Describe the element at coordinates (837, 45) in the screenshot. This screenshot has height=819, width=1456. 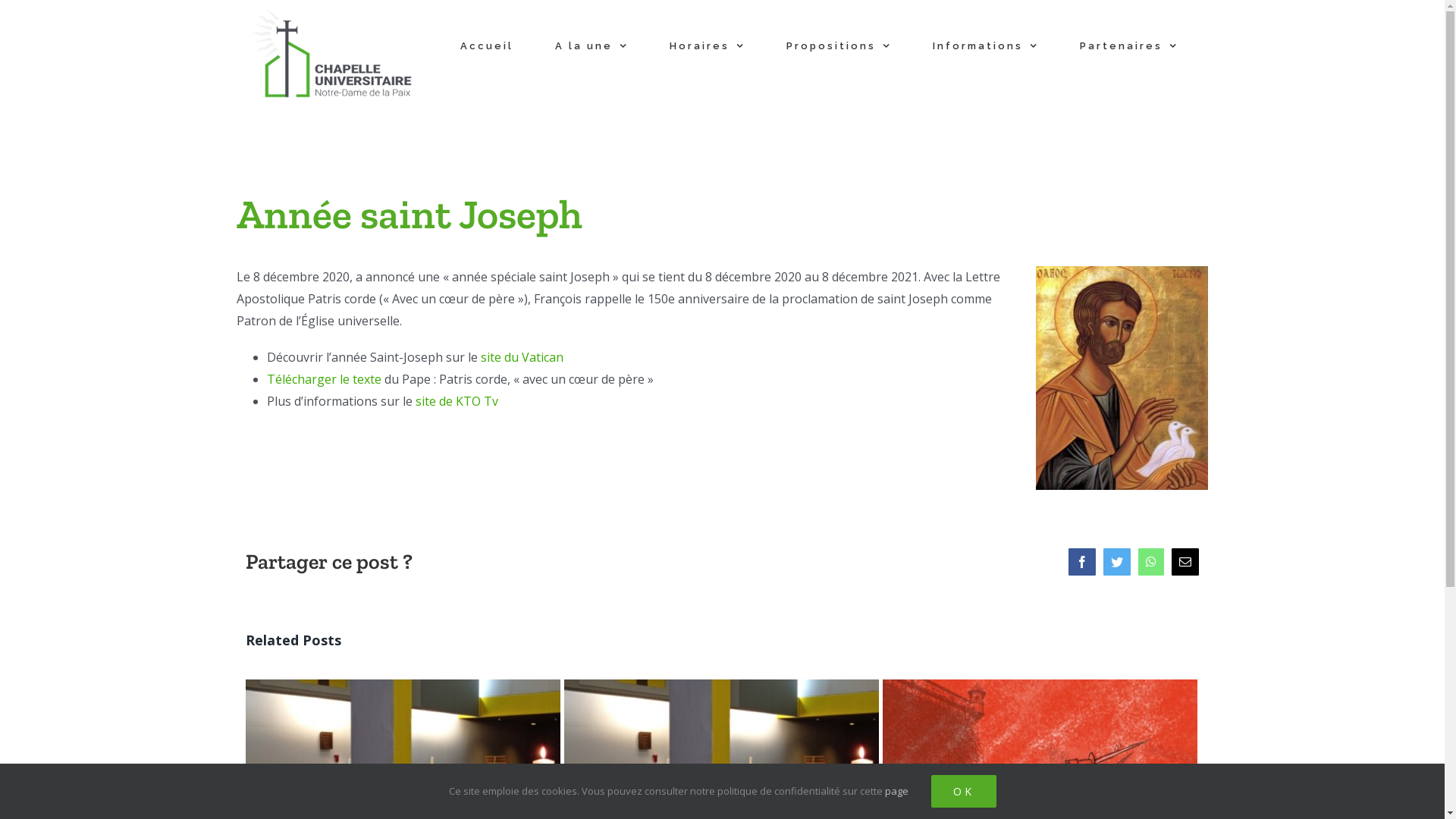
I see `'Propositions'` at that location.